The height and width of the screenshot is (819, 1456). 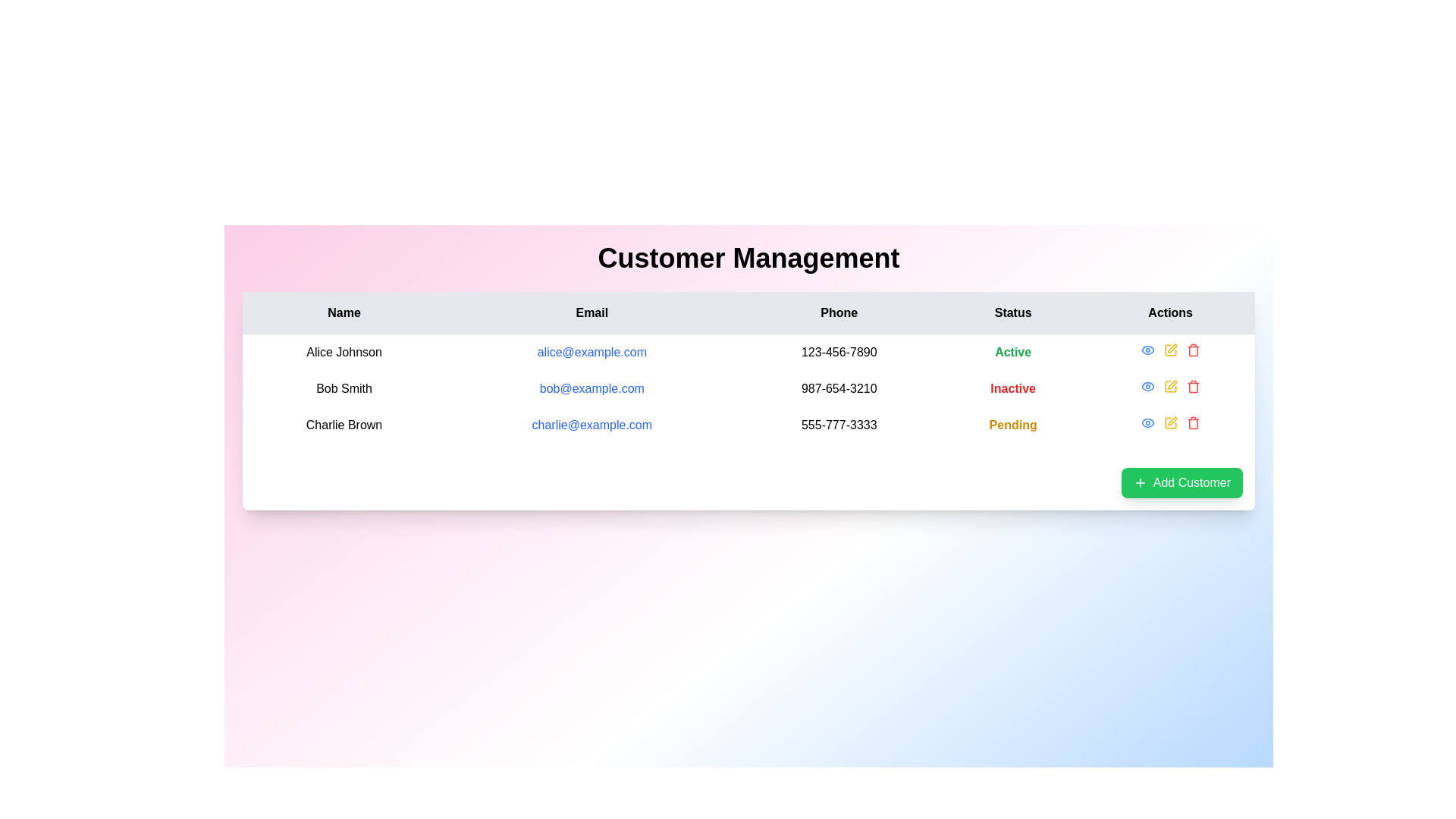 What do you see at coordinates (344, 388) in the screenshot?
I see `the Text label in the middle row of the table's 'Name' column, which identifies the individual, located above 'Charlie Brown' and below 'Alice Johnson'` at bounding box center [344, 388].